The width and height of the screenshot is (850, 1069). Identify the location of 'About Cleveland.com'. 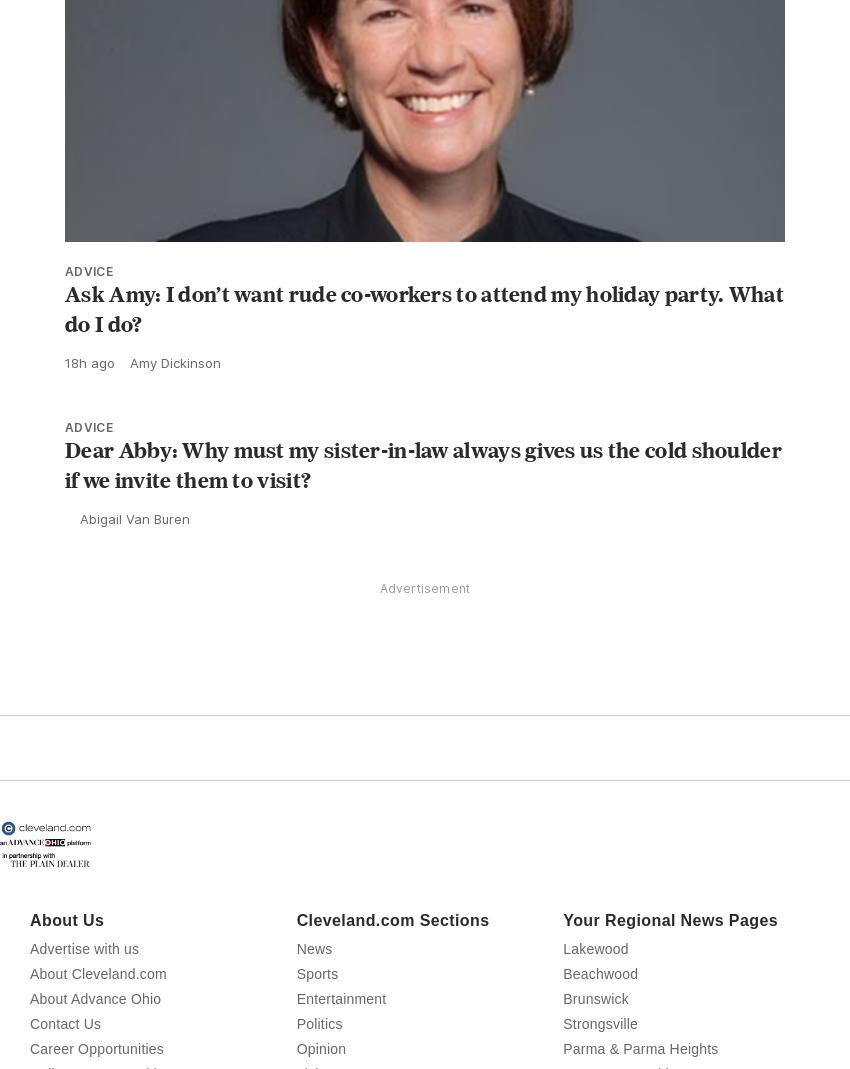
(97, 1018).